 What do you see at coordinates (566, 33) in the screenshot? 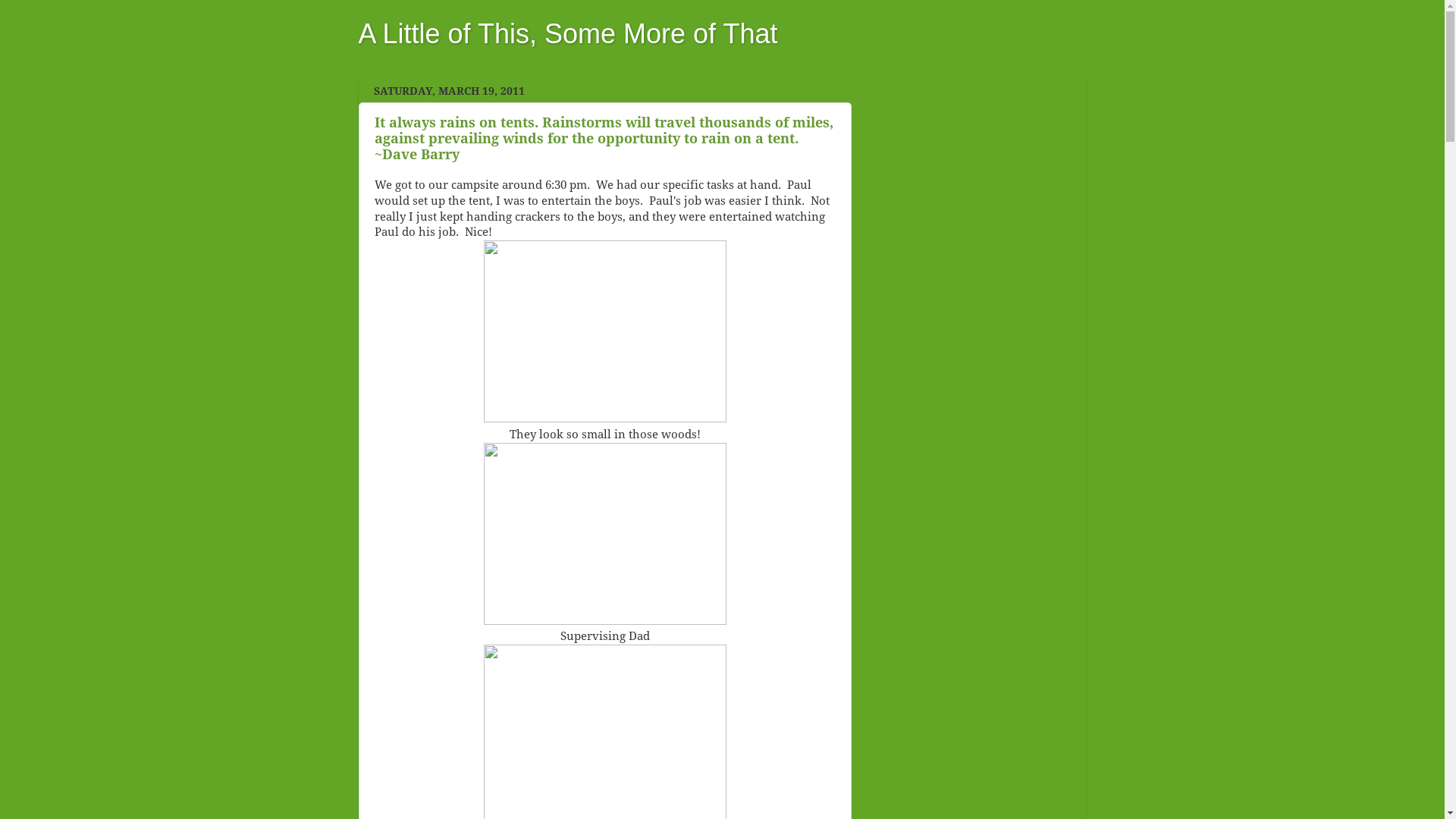
I see `'A Little of This, Some More of That'` at bounding box center [566, 33].